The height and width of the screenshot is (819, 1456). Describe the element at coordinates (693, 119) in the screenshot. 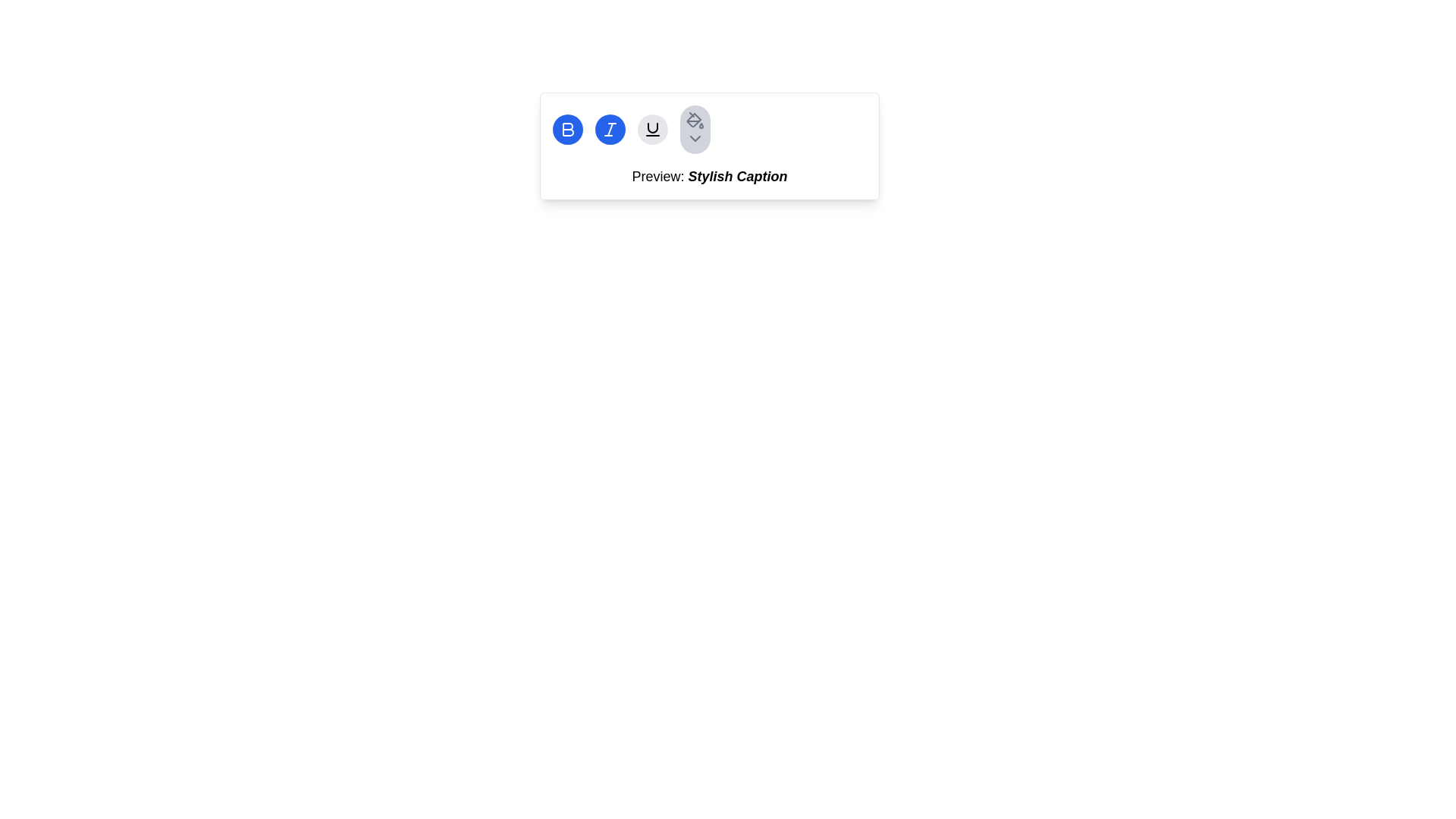

I see `the paint bucket icon button in the toolbar` at that location.